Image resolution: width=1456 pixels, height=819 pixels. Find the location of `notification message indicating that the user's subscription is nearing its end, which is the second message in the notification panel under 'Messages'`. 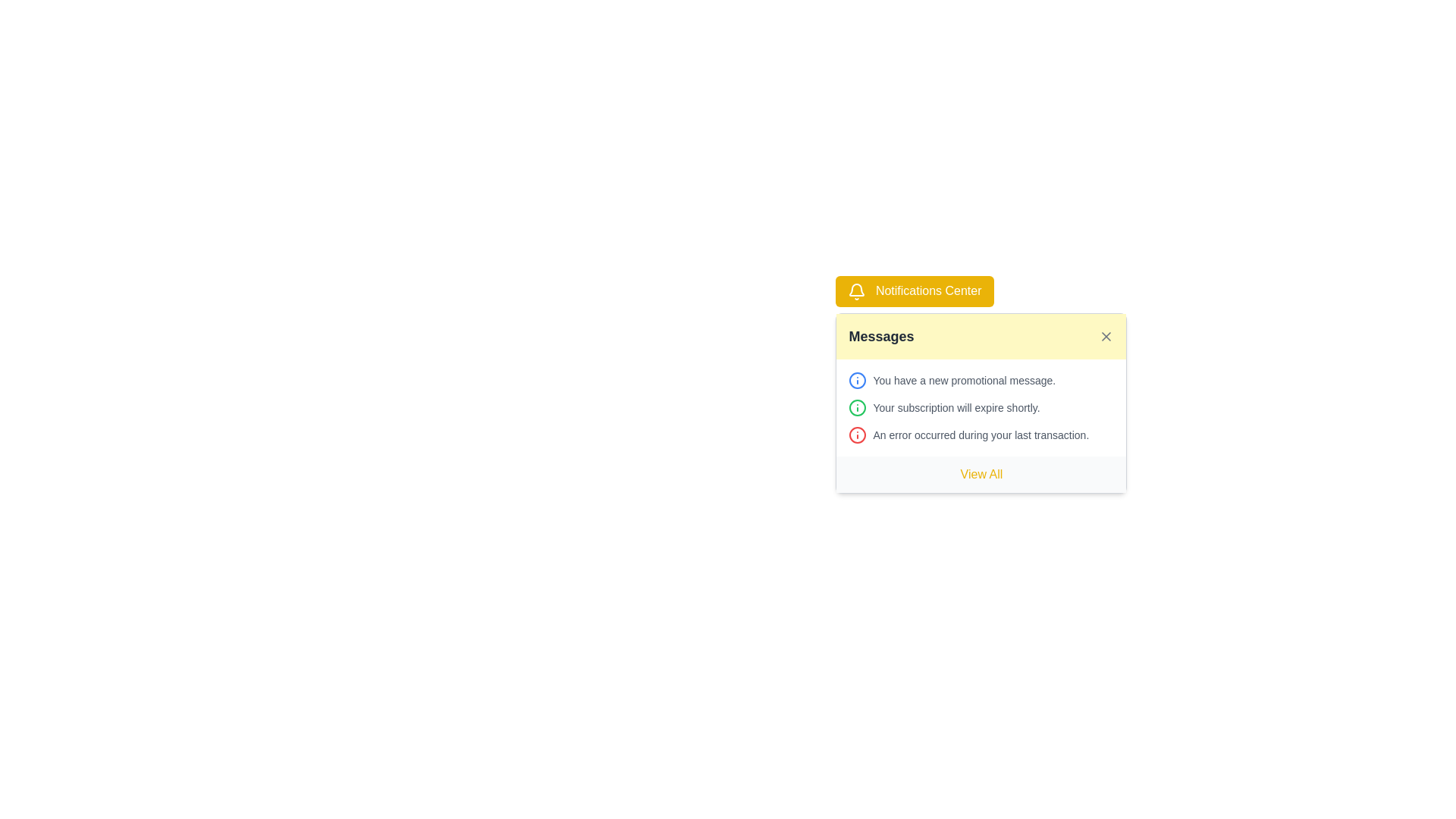

notification message indicating that the user's subscription is nearing its end, which is the second message in the notification panel under 'Messages' is located at coordinates (981, 406).